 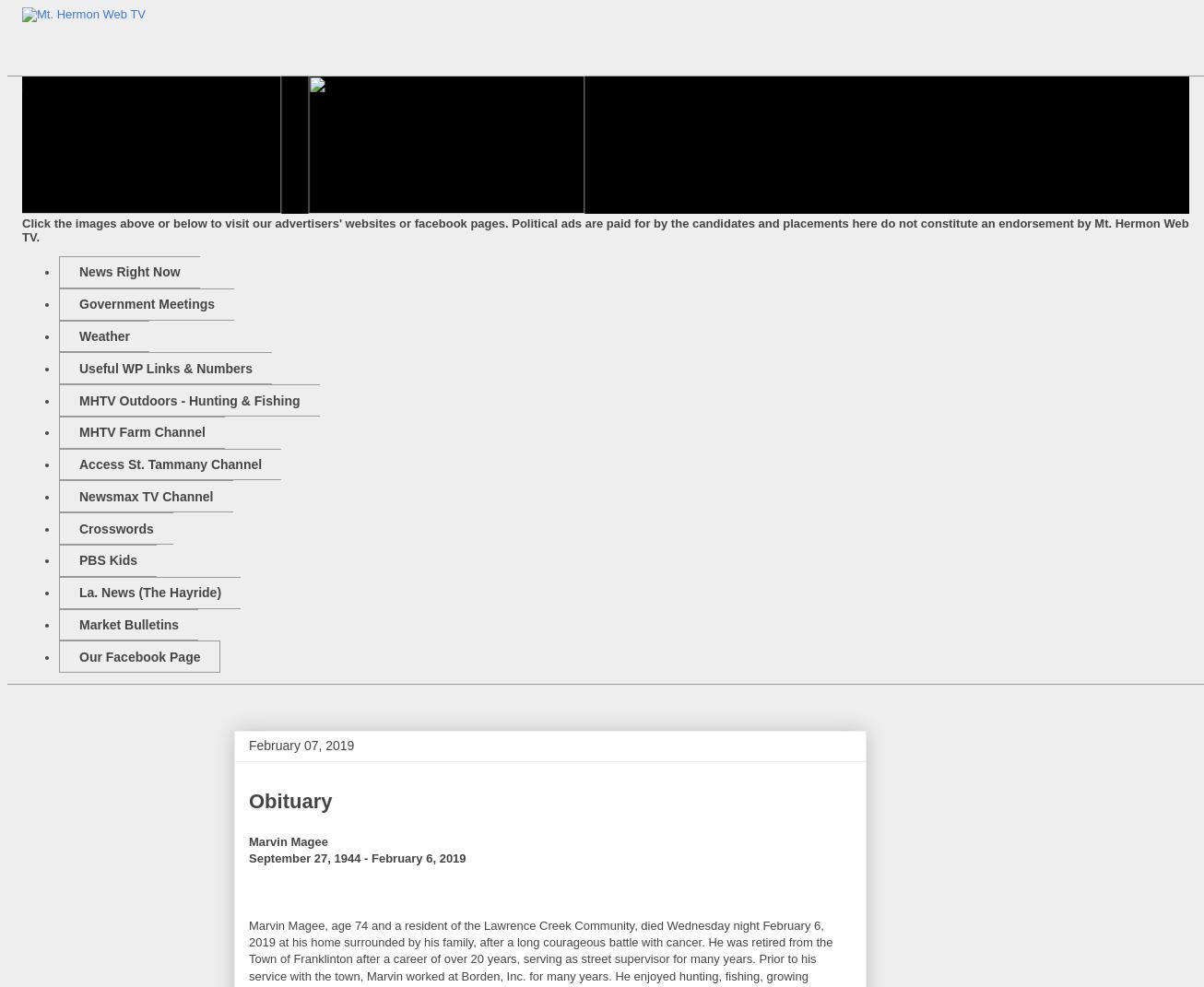 What do you see at coordinates (188, 399) in the screenshot?
I see `'MHTV Outdoors - Hunting & Fishing'` at bounding box center [188, 399].